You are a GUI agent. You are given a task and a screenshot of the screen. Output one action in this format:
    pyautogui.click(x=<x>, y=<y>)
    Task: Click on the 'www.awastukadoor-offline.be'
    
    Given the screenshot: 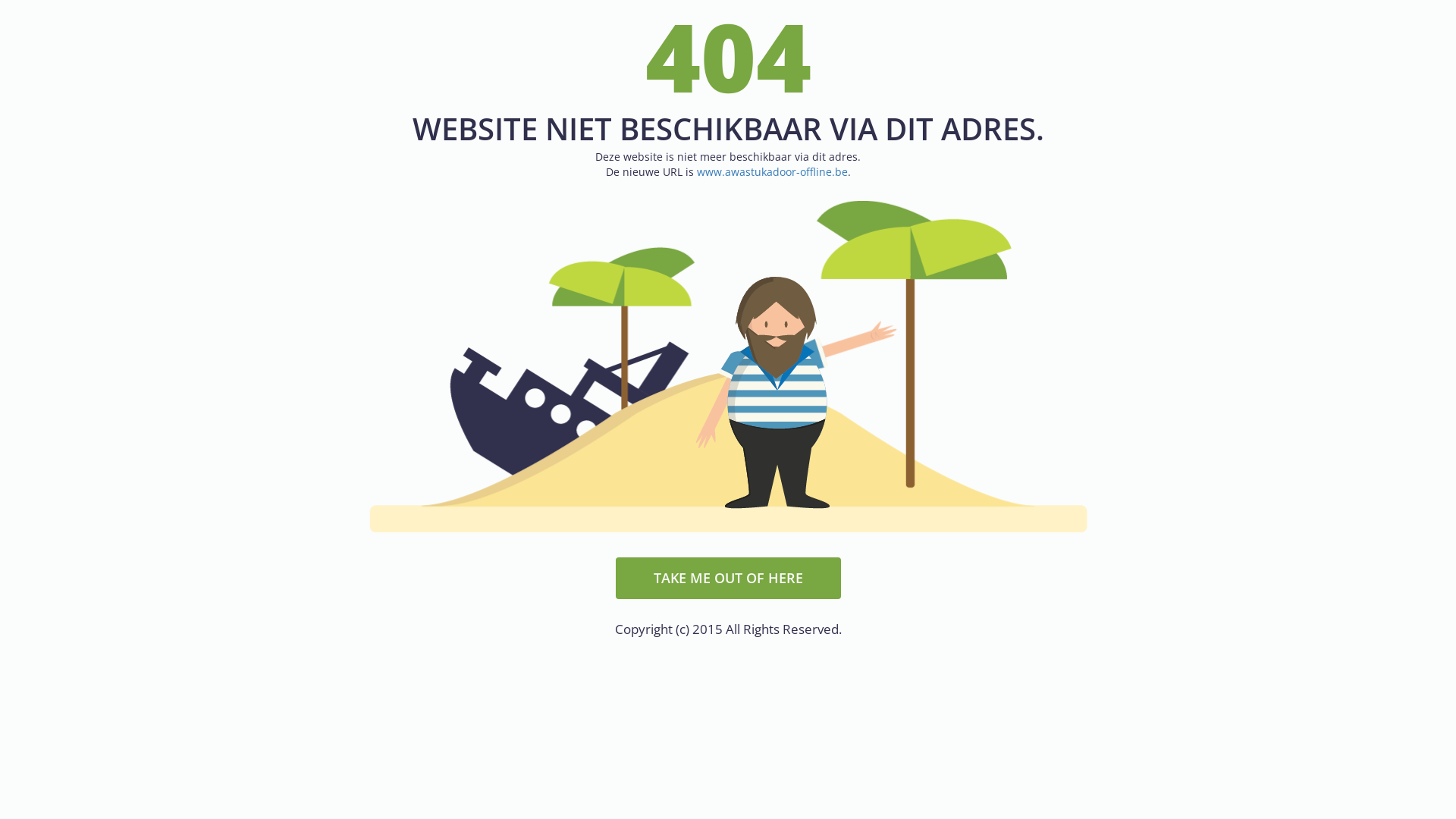 What is the action you would take?
    pyautogui.click(x=771, y=171)
    